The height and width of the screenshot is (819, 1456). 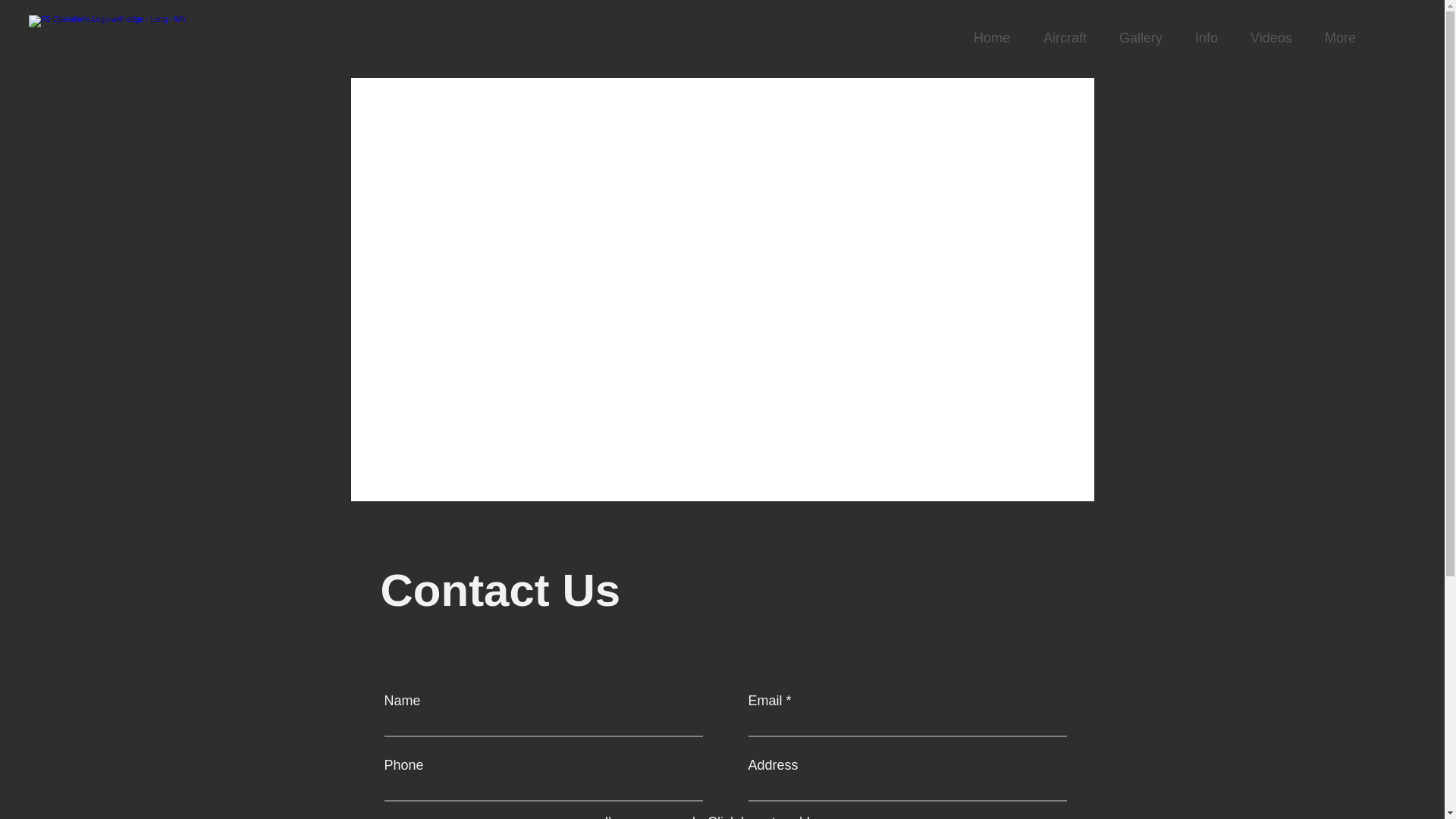 What do you see at coordinates (1107, 37) in the screenshot?
I see `'Gallery'` at bounding box center [1107, 37].